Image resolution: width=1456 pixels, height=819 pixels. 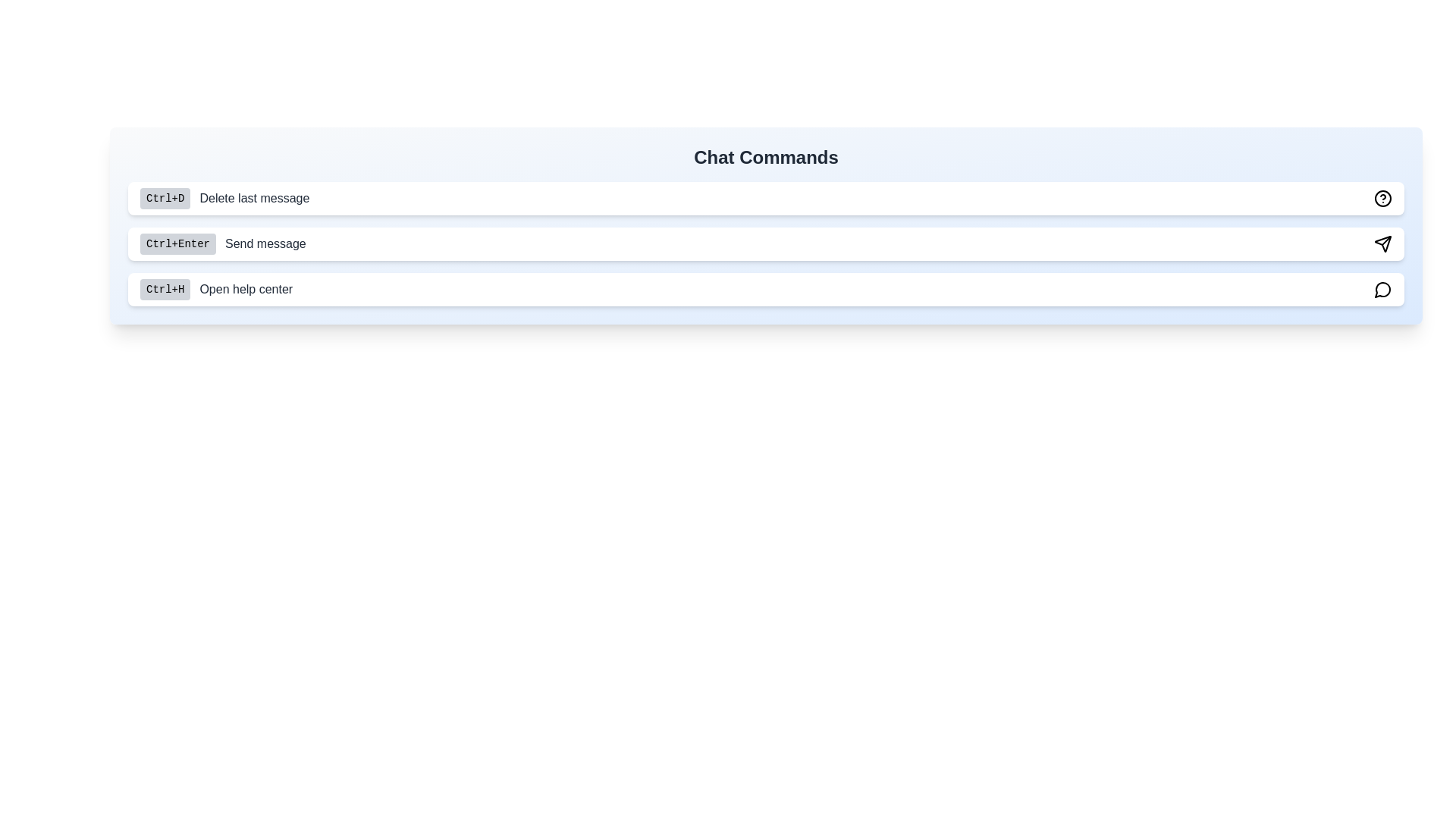 I want to click on keyboard shortcut 'Ctrl+D' associated with the action 'Delete last message' from the horizontal layout containing text labels, which is positioned at the top of the chat commands list, so click(x=224, y=198).